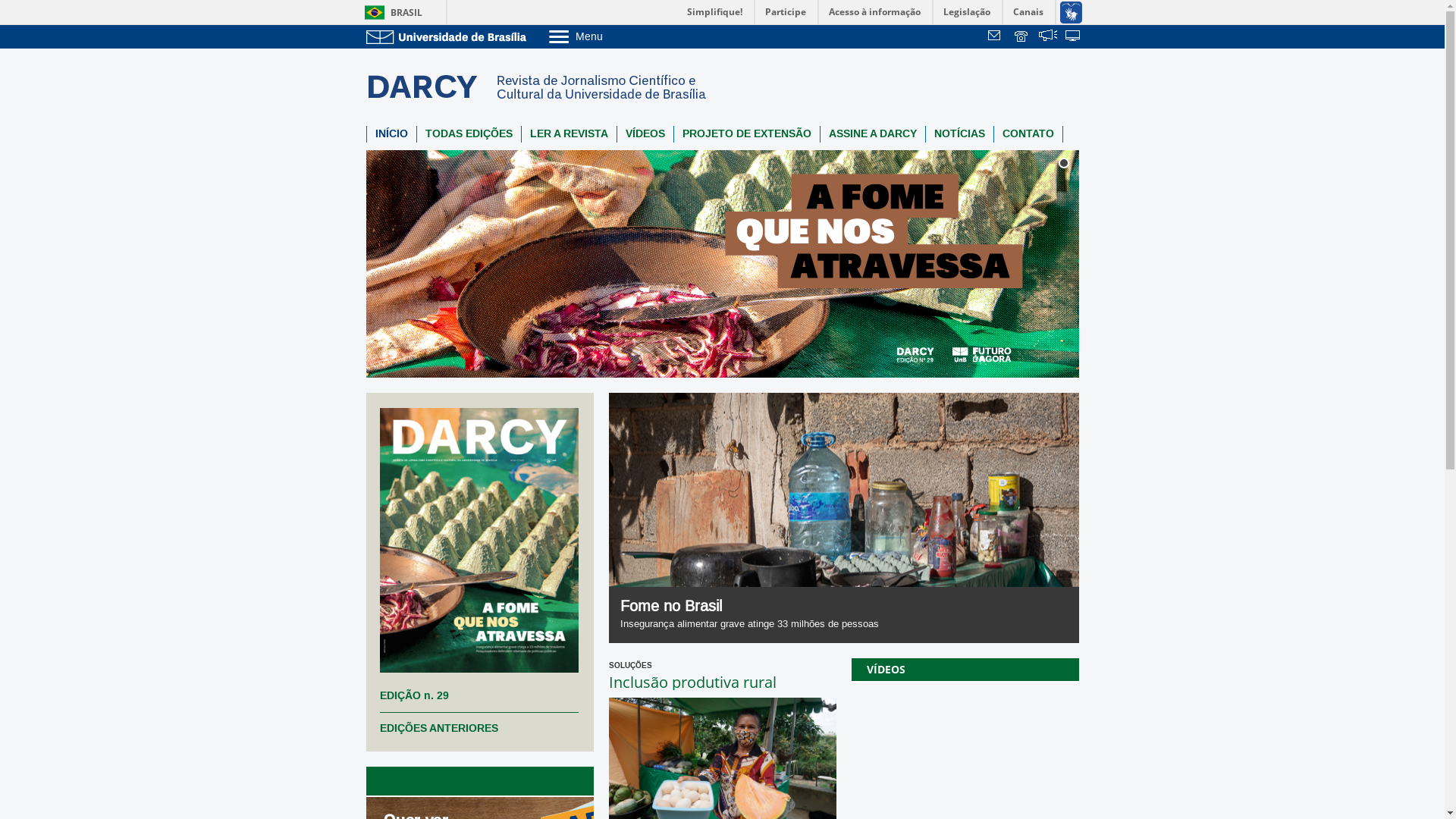 This screenshot has width=1456, height=819. Describe the element at coordinates (390, 12) in the screenshot. I see `'BRASIL'` at that location.